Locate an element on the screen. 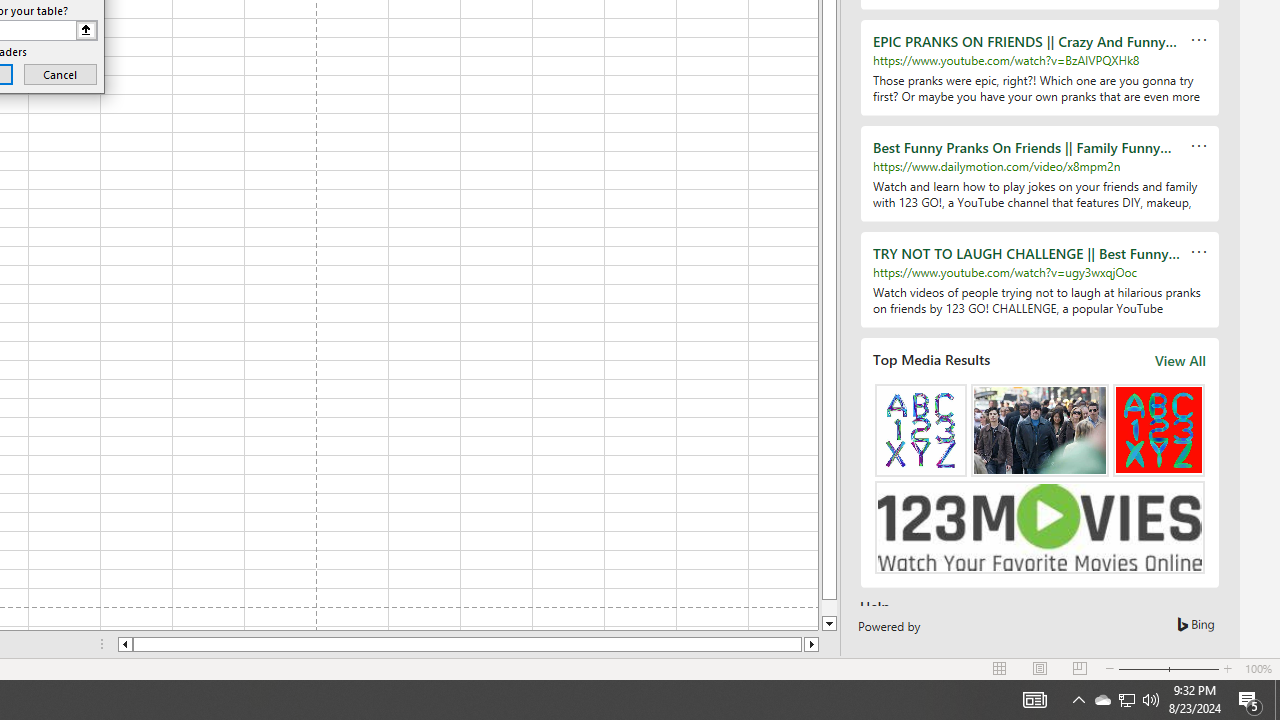 The width and height of the screenshot is (1280, 720). 'Notification Chevron' is located at coordinates (1078, 698).